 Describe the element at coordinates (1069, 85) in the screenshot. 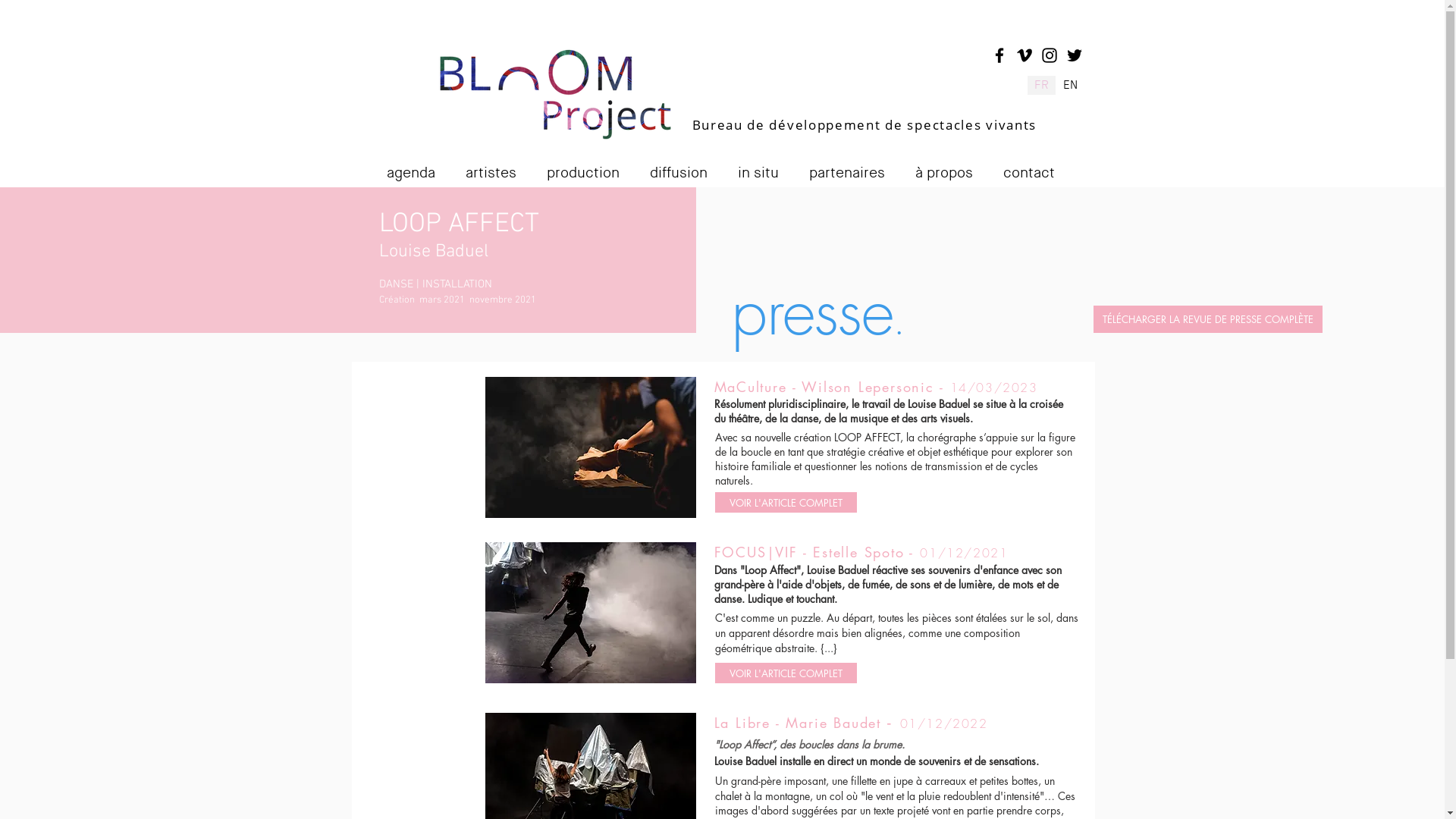

I see `'EN'` at that location.